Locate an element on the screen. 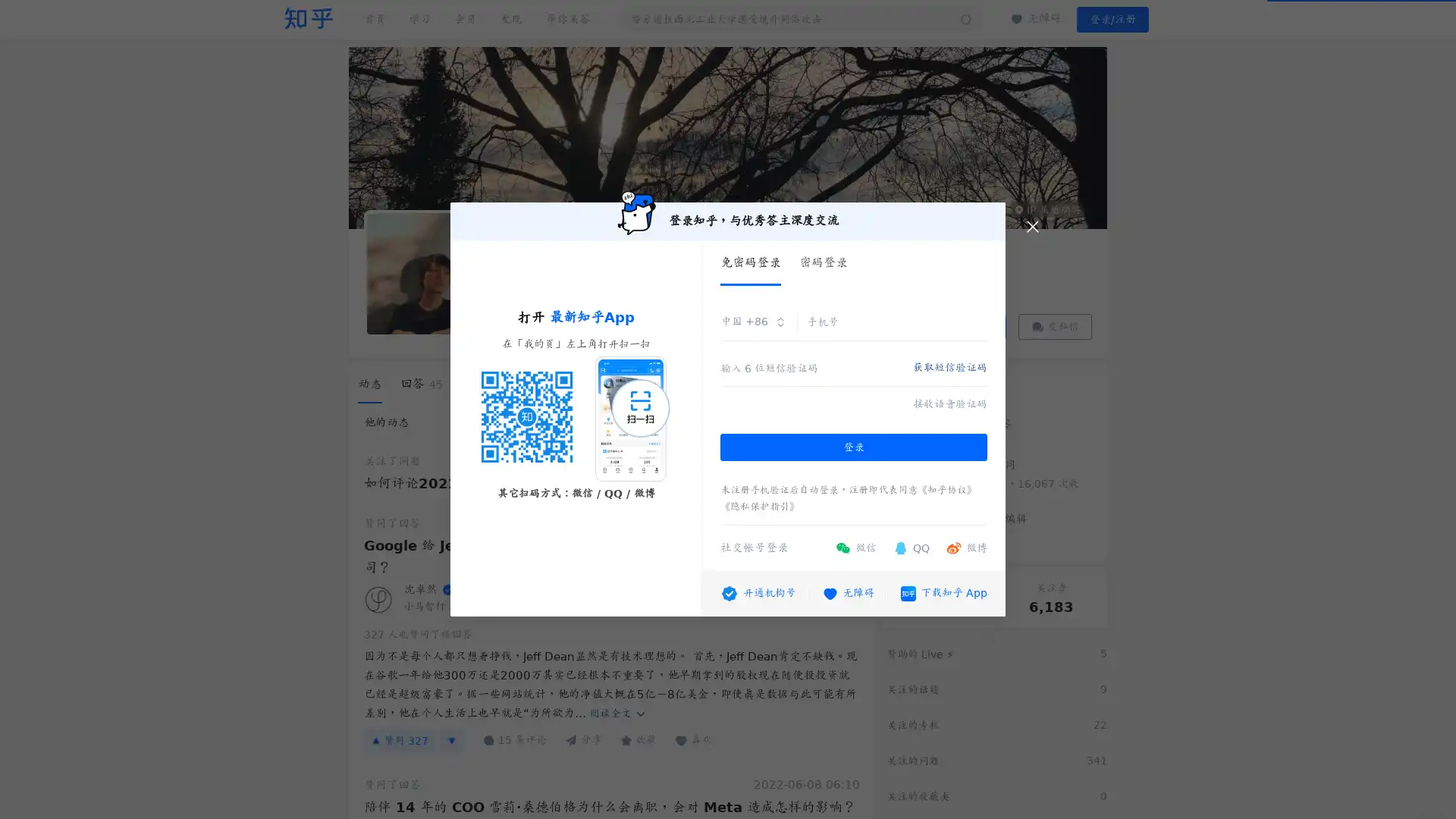  327 is located at coordinates (418, 633).